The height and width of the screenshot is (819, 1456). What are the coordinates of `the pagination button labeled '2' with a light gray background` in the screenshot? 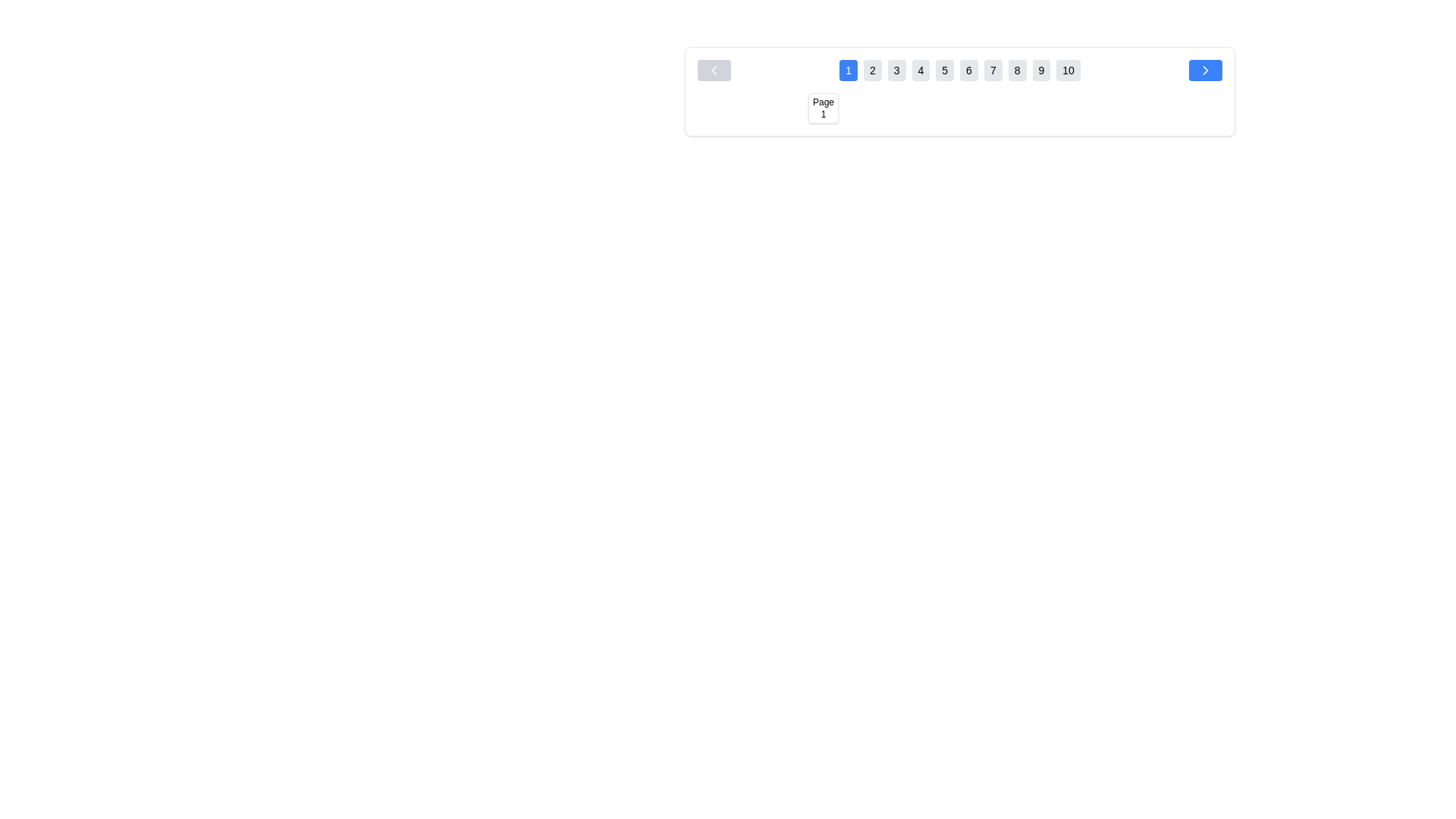 It's located at (872, 70).